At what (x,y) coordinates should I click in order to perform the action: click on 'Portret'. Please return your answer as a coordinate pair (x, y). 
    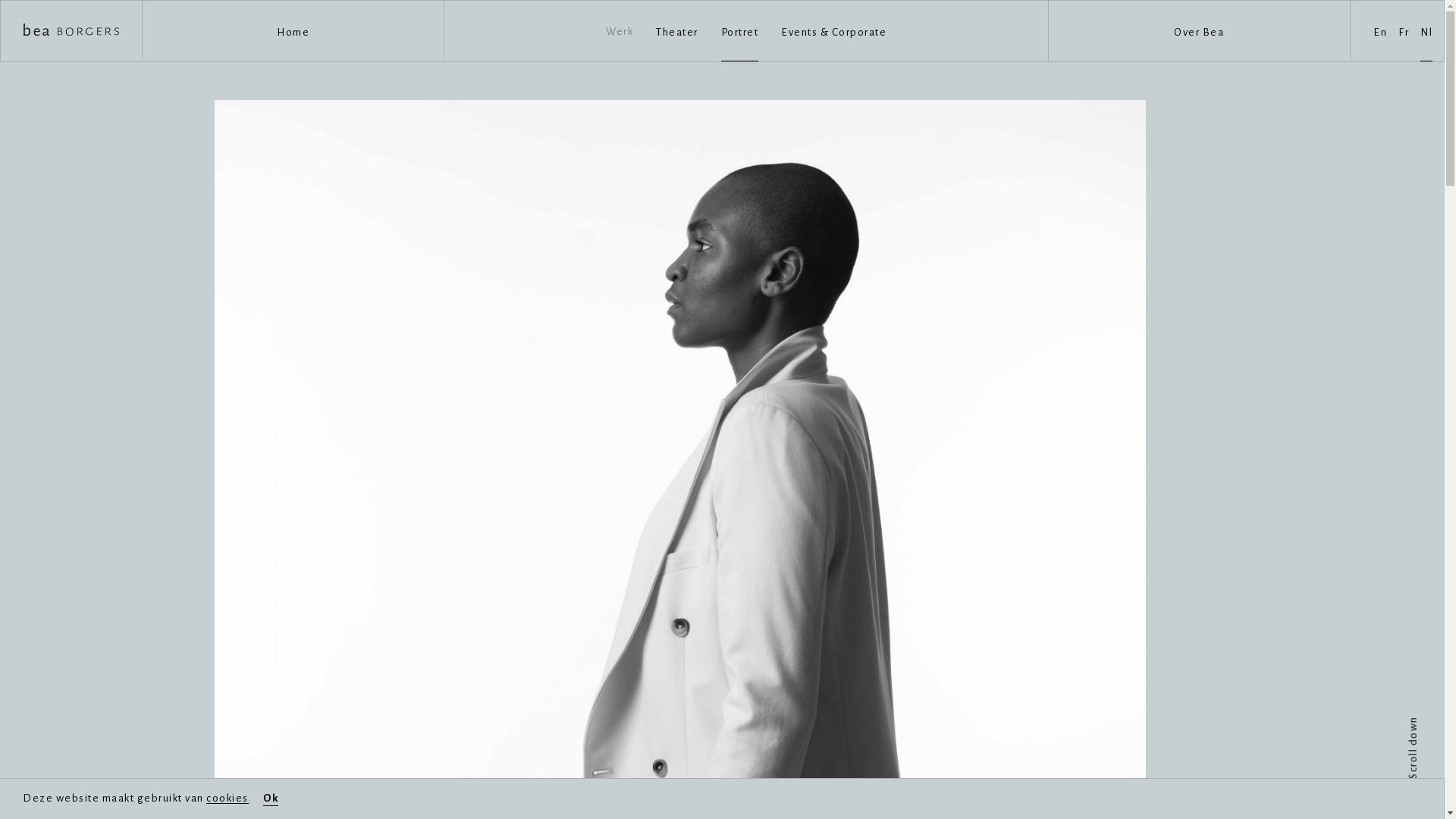
    Looking at the image, I should click on (739, 30).